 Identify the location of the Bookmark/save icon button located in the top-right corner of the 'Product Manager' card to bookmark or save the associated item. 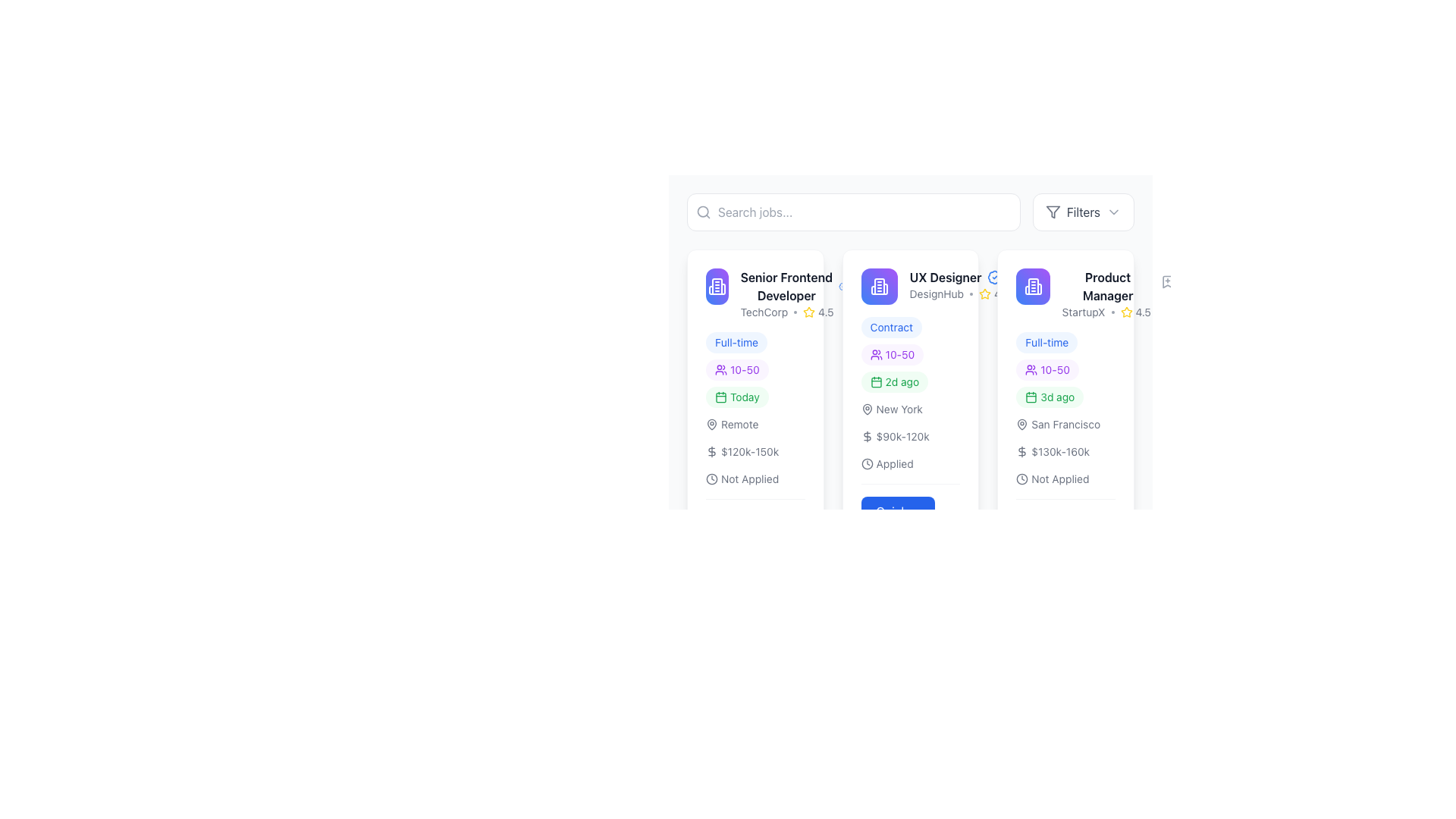
(1166, 281).